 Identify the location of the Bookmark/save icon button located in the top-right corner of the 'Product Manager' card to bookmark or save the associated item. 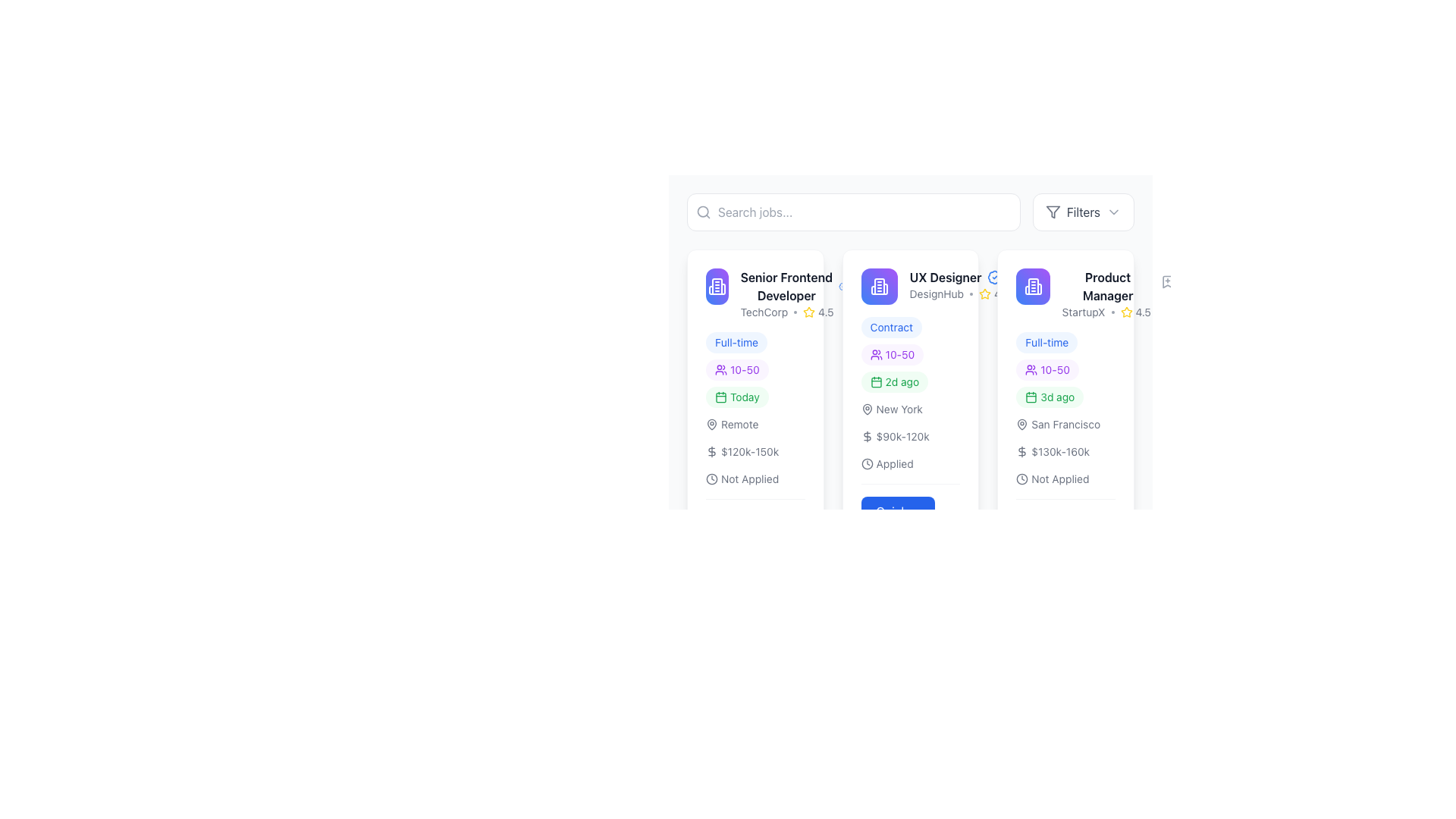
(1166, 281).